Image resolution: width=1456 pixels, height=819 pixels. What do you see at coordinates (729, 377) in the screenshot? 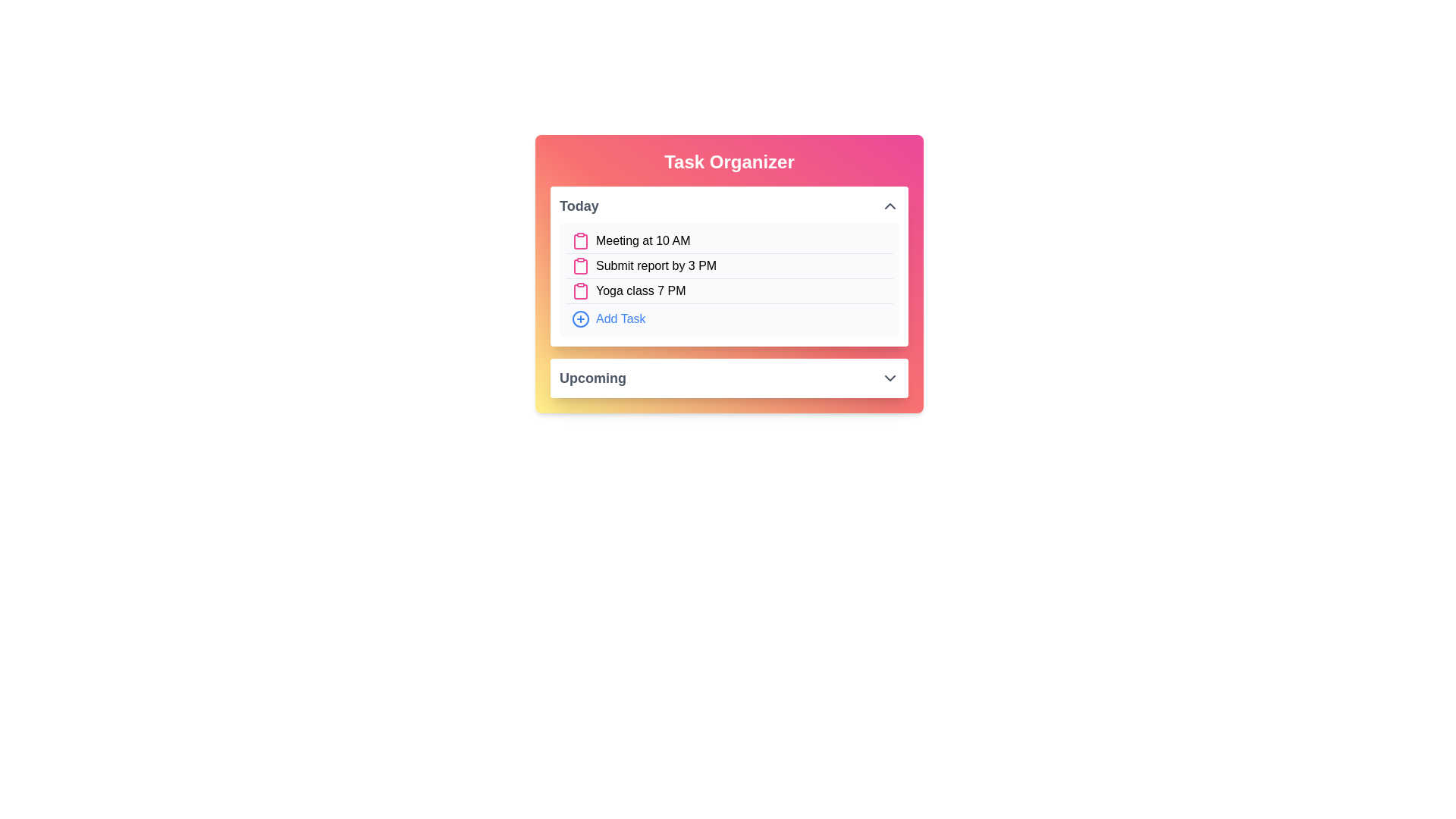
I see `the 'Upcoming' Dropdown button located at the bottom of the task organizer card` at bounding box center [729, 377].